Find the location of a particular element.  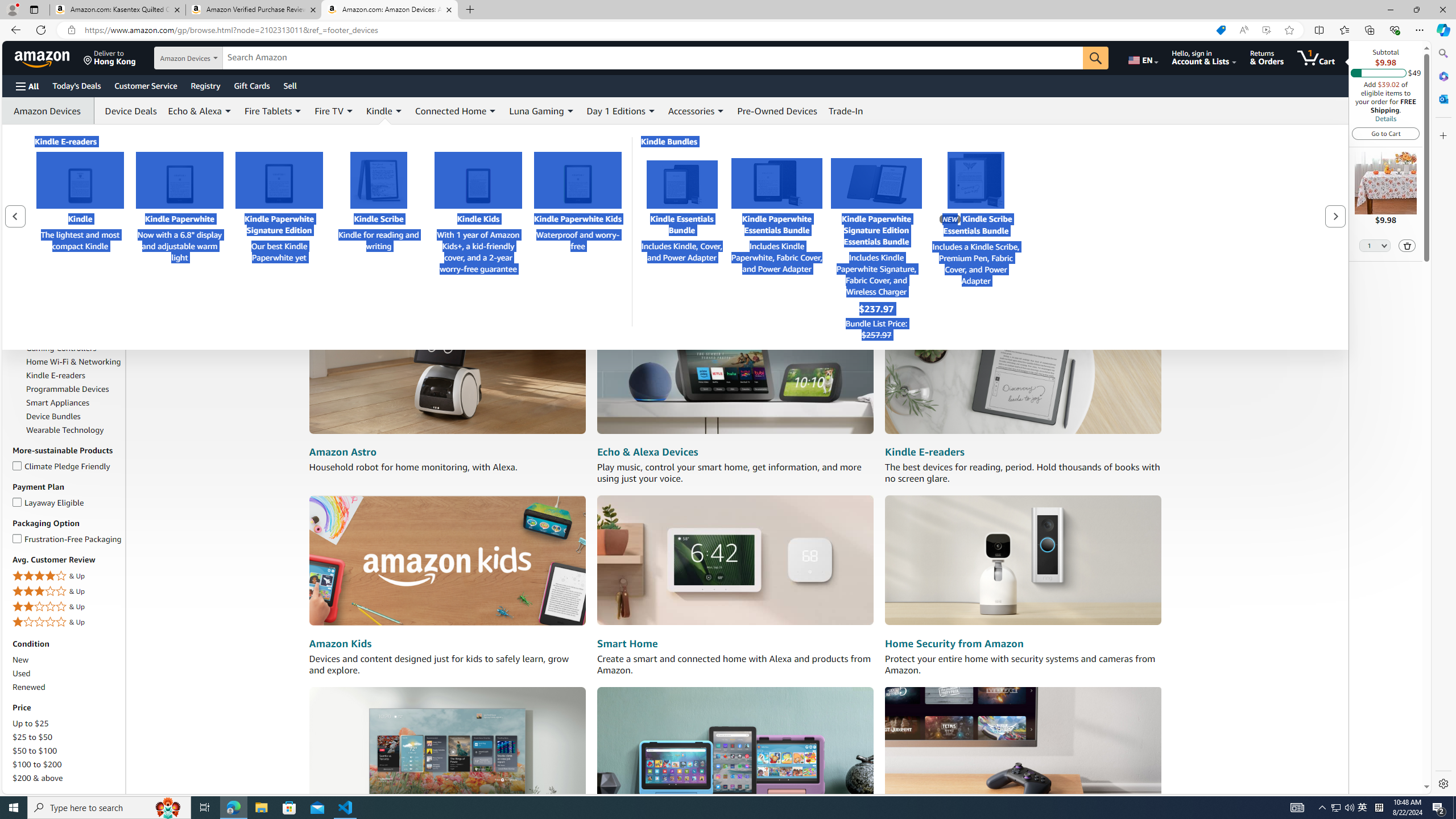

'Last 90 days' is located at coordinates (35, 167).